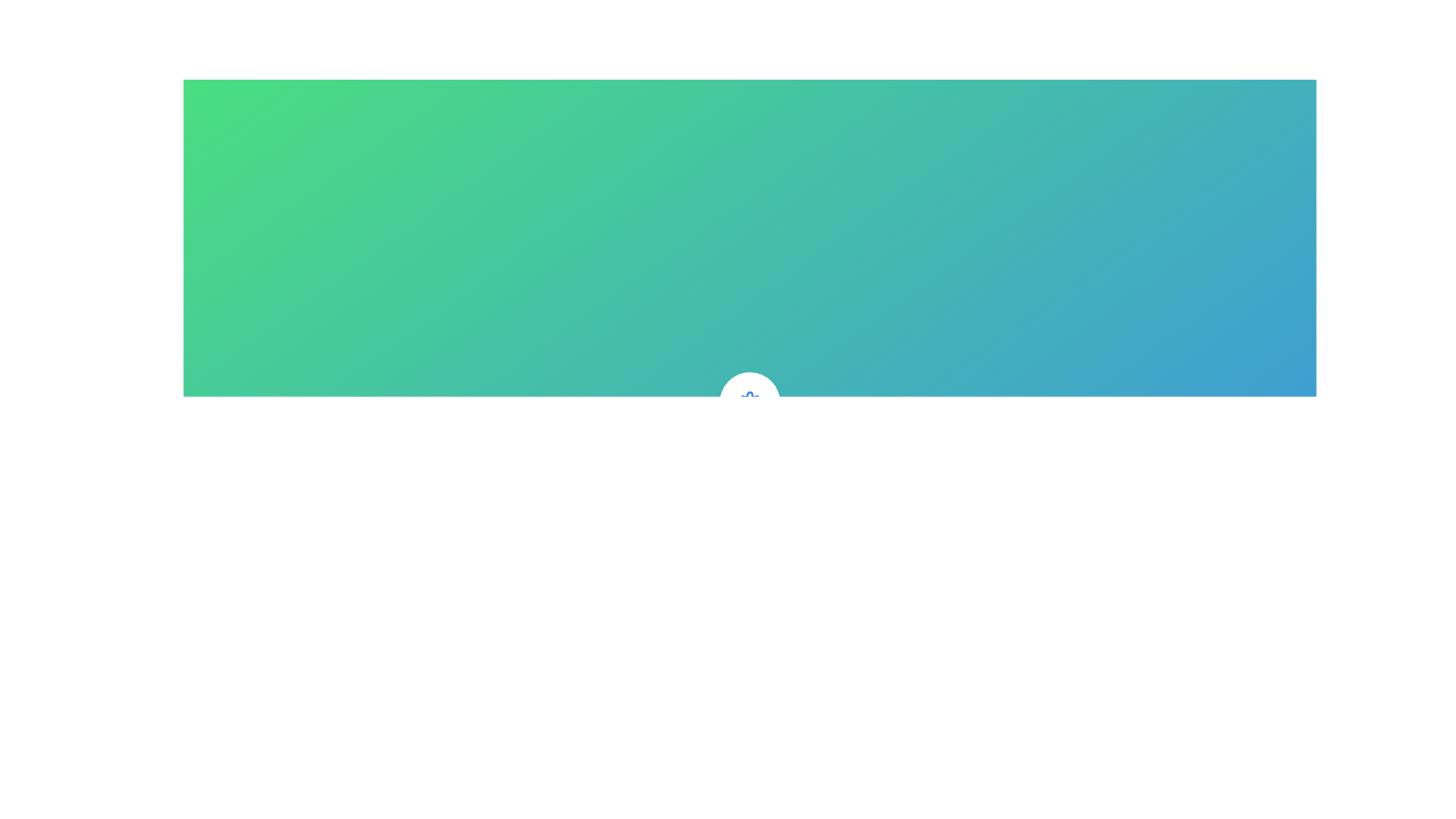 This screenshot has height=819, width=1456. I want to click on the white circular icon button with a blue gear symbol in its center, so click(749, 402).